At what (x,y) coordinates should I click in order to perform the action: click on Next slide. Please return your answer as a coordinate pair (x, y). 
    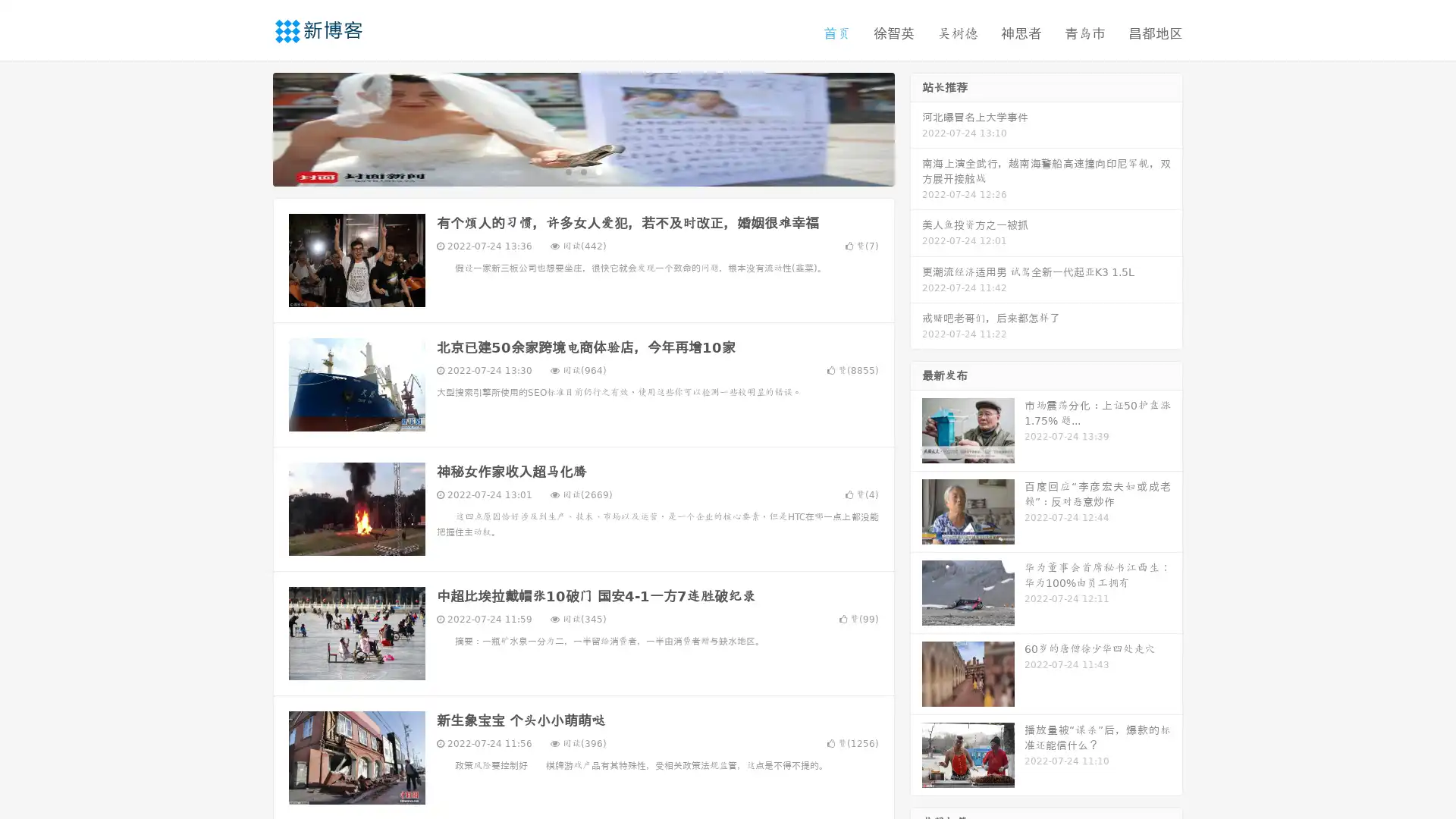
    Looking at the image, I should click on (916, 127).